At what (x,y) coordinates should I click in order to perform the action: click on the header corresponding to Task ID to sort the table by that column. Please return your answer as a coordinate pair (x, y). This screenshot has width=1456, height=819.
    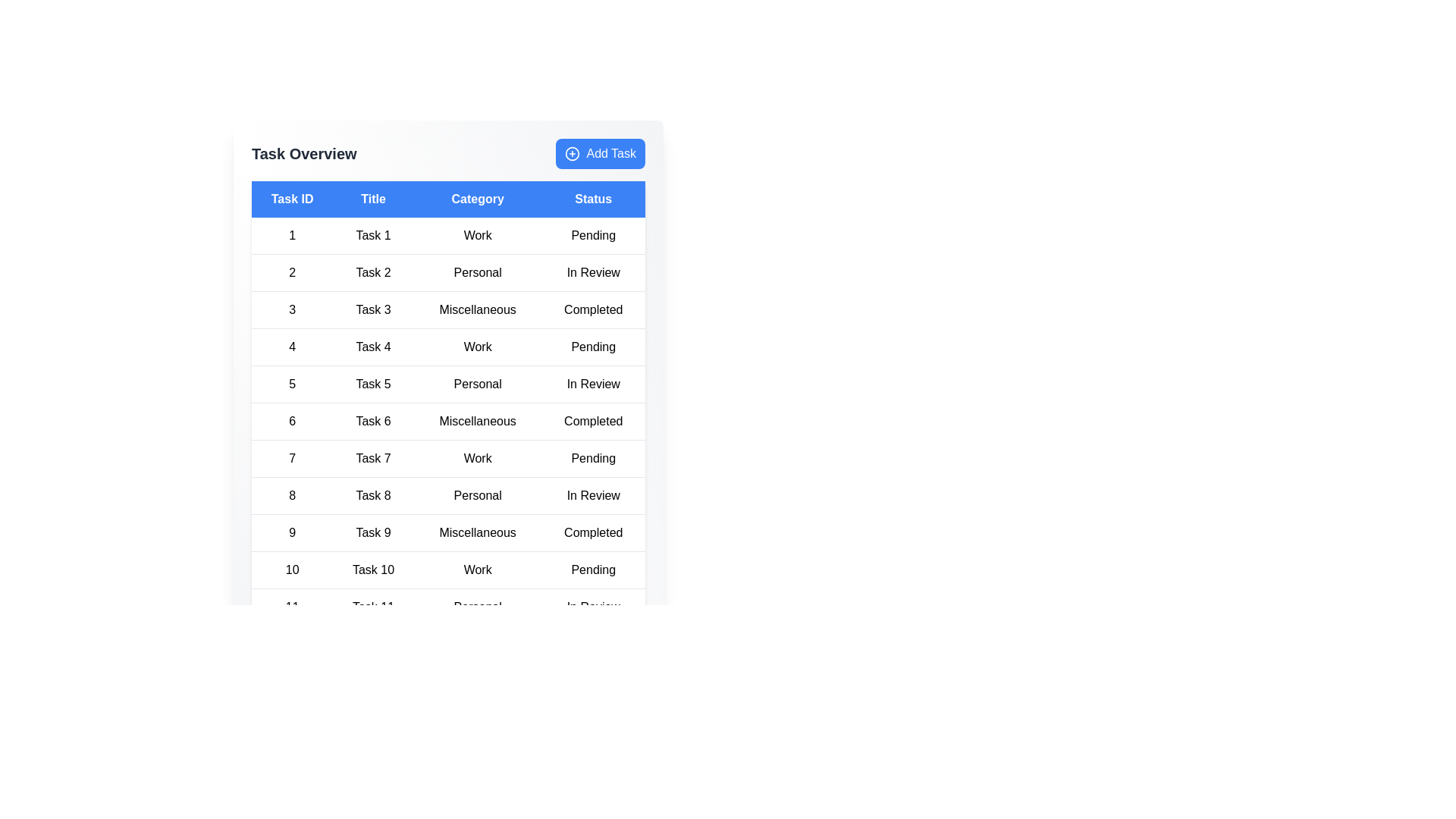
    Looking at the image, I should click on (292, 198).